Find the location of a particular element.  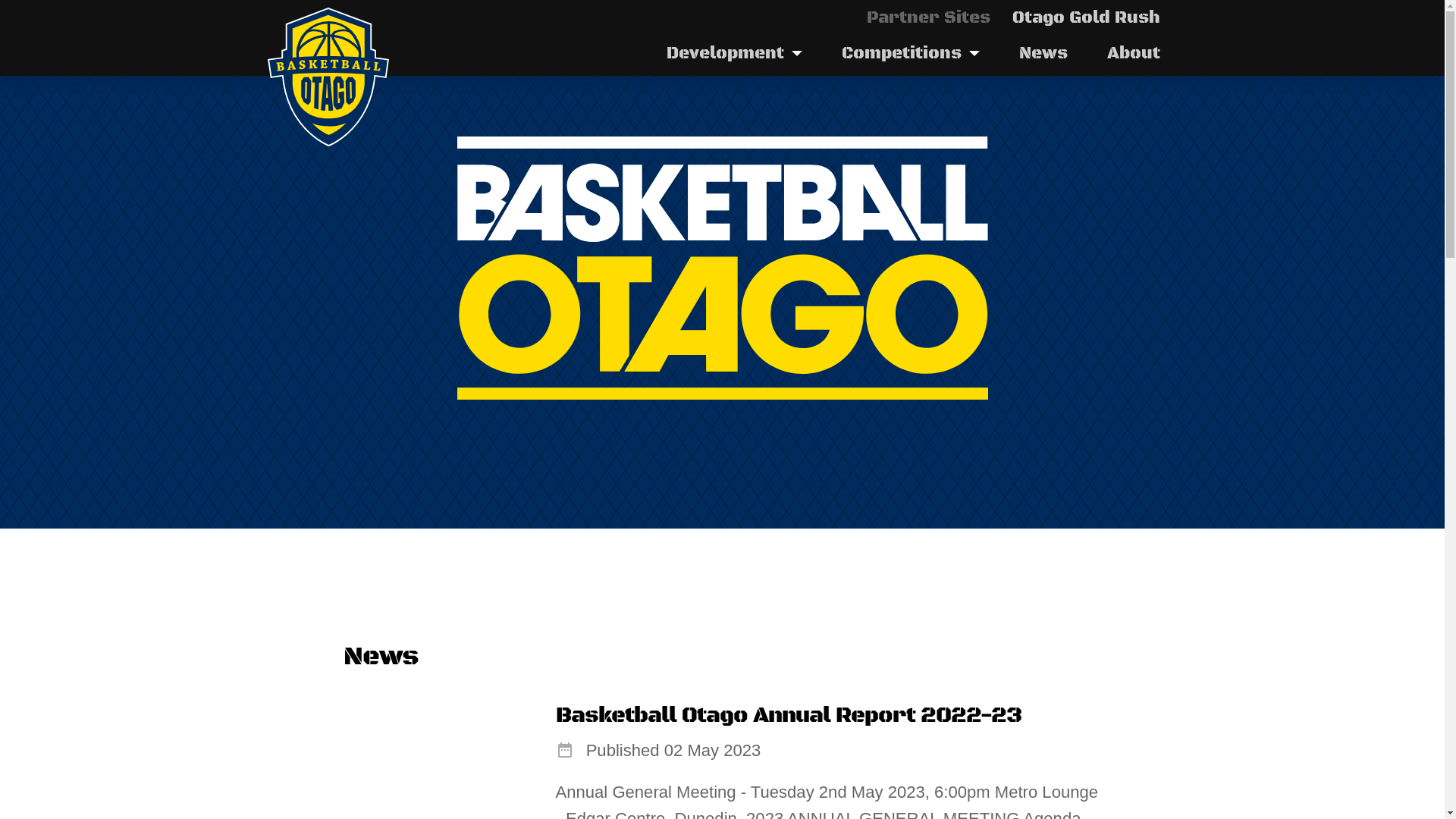

'Basketball Otago Annual Report 2022-23' is located at coordinates (787, 716).